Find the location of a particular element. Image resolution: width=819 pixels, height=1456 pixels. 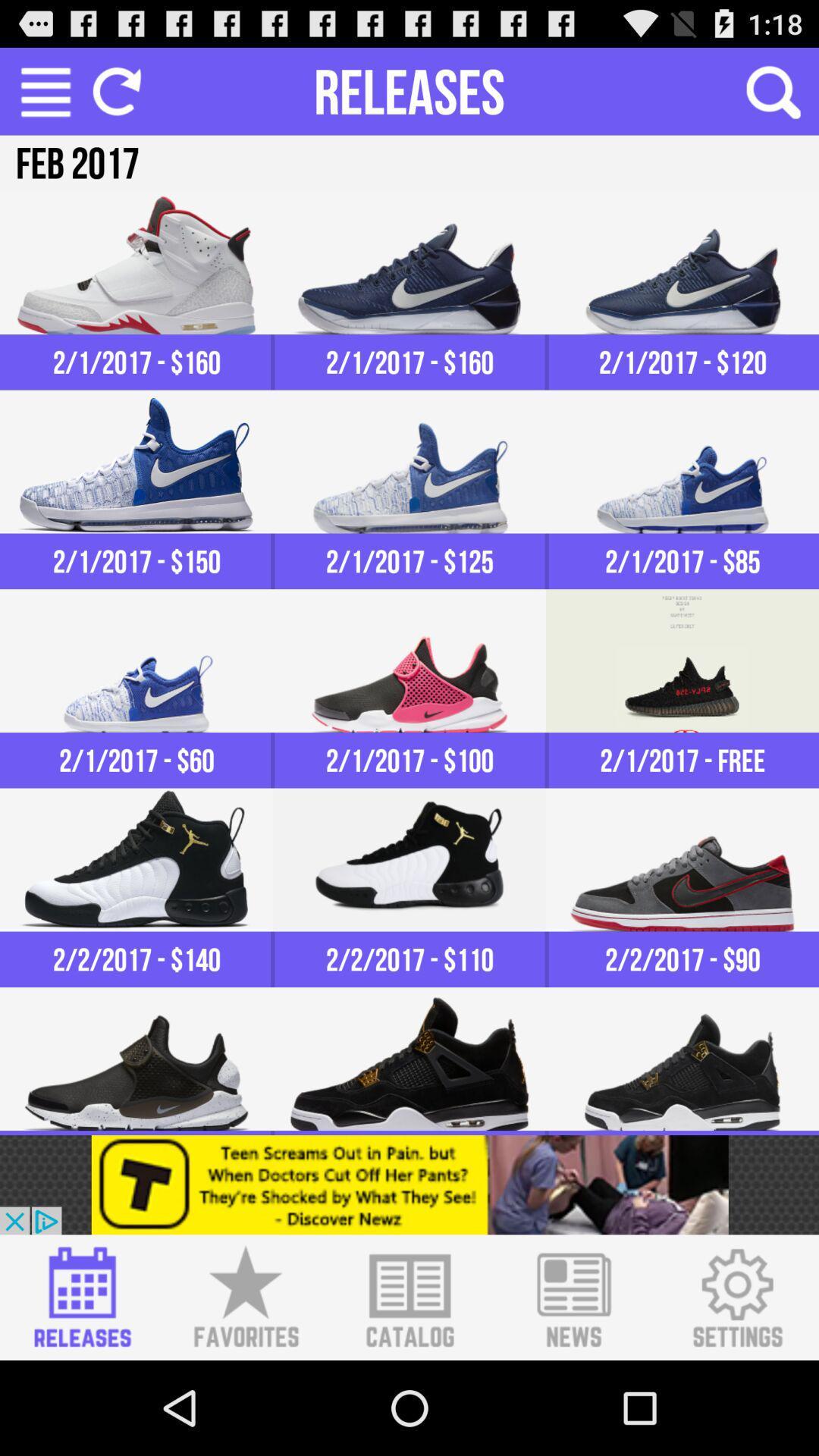

the refresh icon is located at coordinates (116, 97).